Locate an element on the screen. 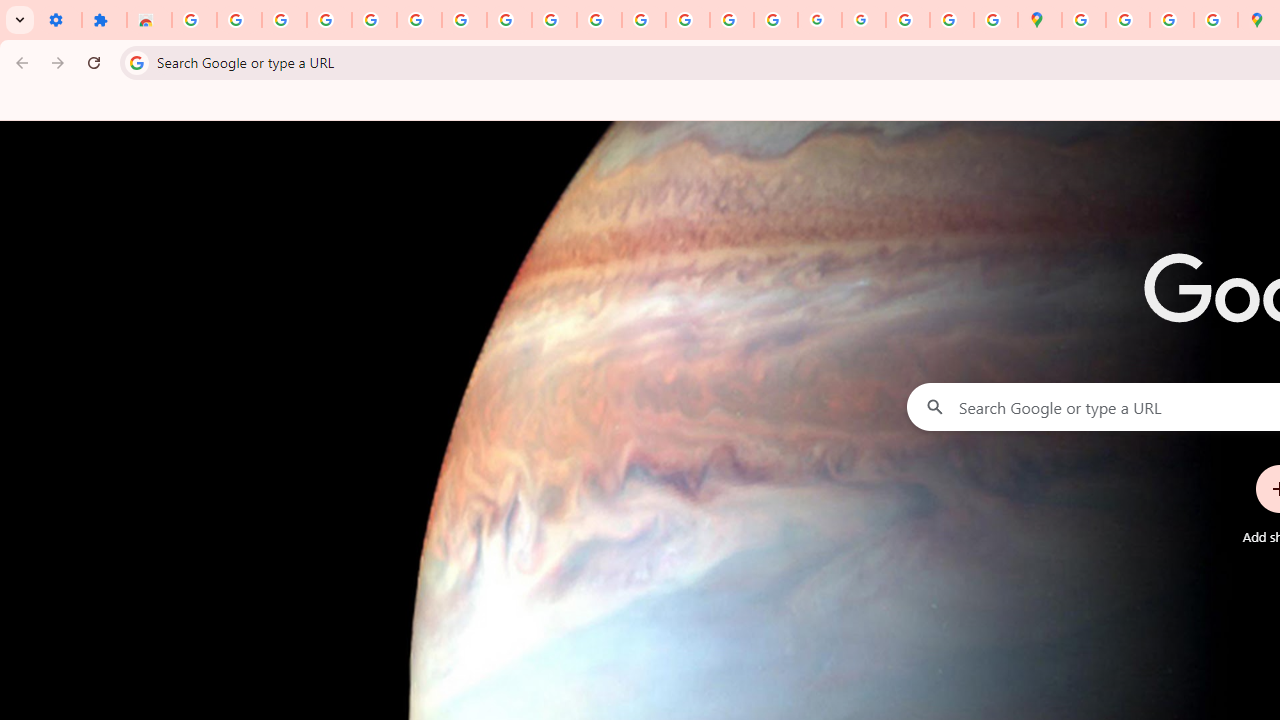 This screenshot has height=720, width=1280. 'Google Maps' is located at coordinates (1040, 20).